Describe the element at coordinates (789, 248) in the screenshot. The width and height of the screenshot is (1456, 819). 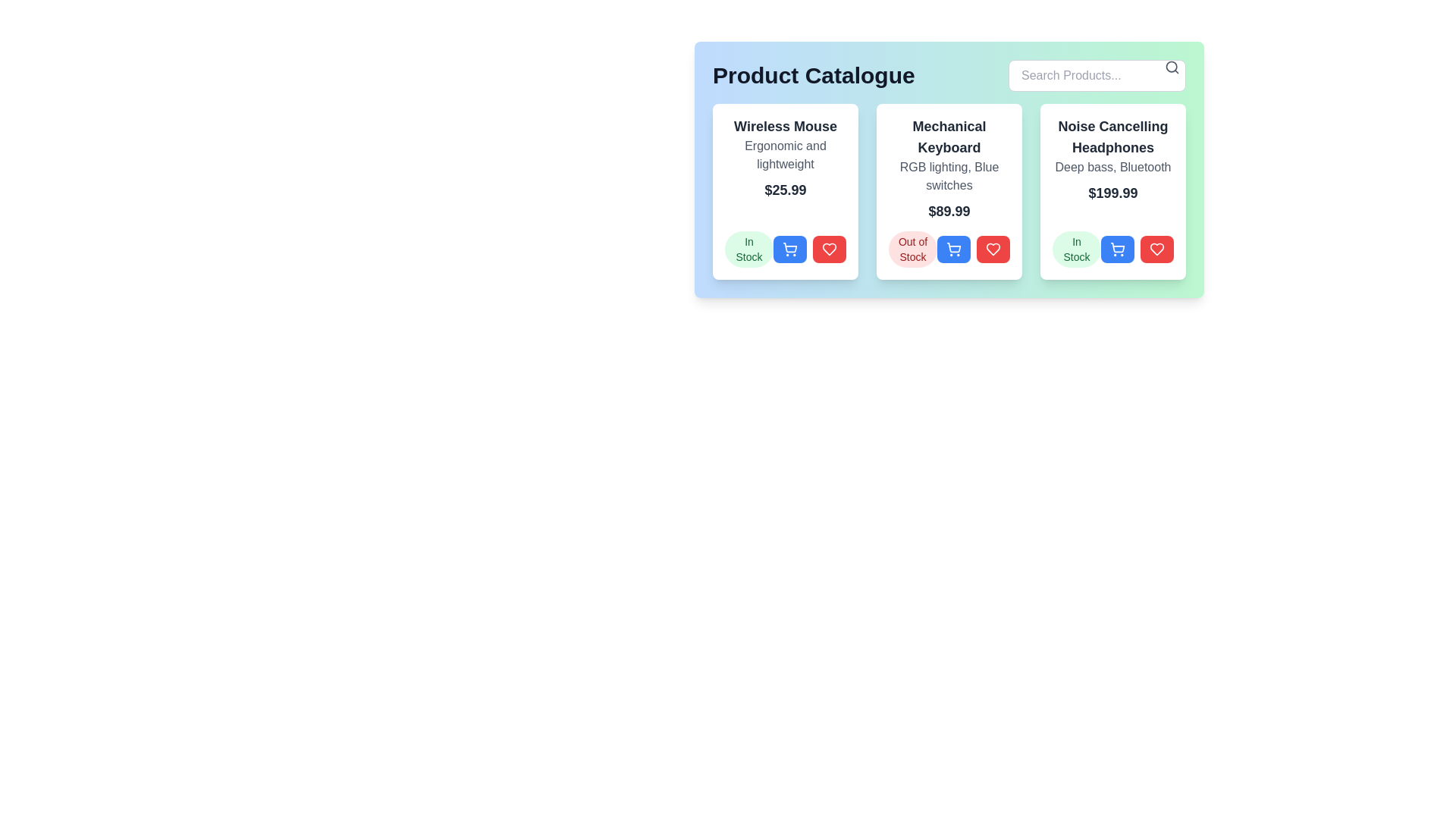
I see `the 'Add to Cart' button located at the bottom section of the 'Wireless Mouse' card to observe the hover effect` at that location.